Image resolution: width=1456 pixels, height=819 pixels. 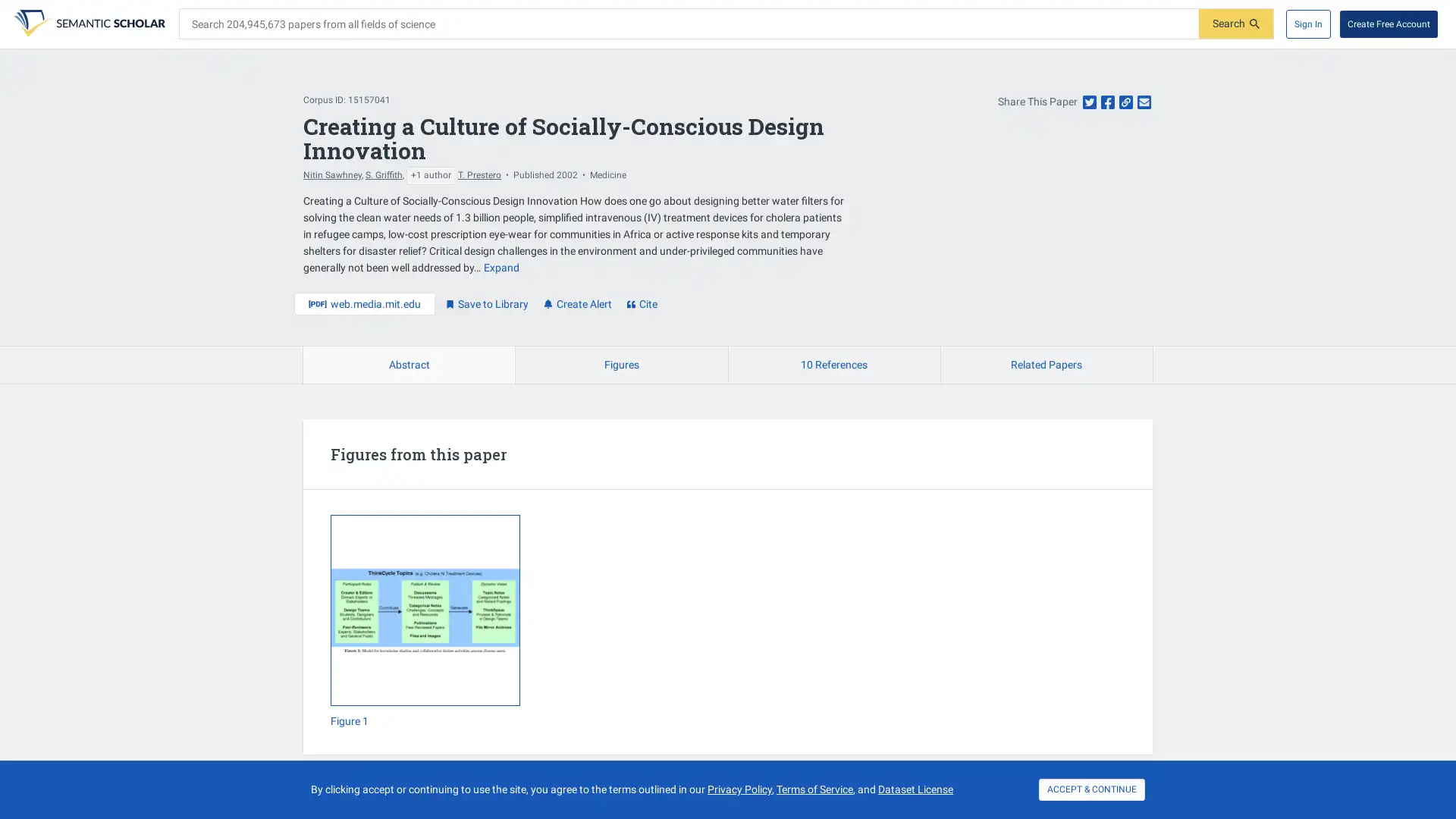 What do you see at coordinates (487, 304) in the screenshot?
I see `Save to Library` at bounding box center [487, 304].